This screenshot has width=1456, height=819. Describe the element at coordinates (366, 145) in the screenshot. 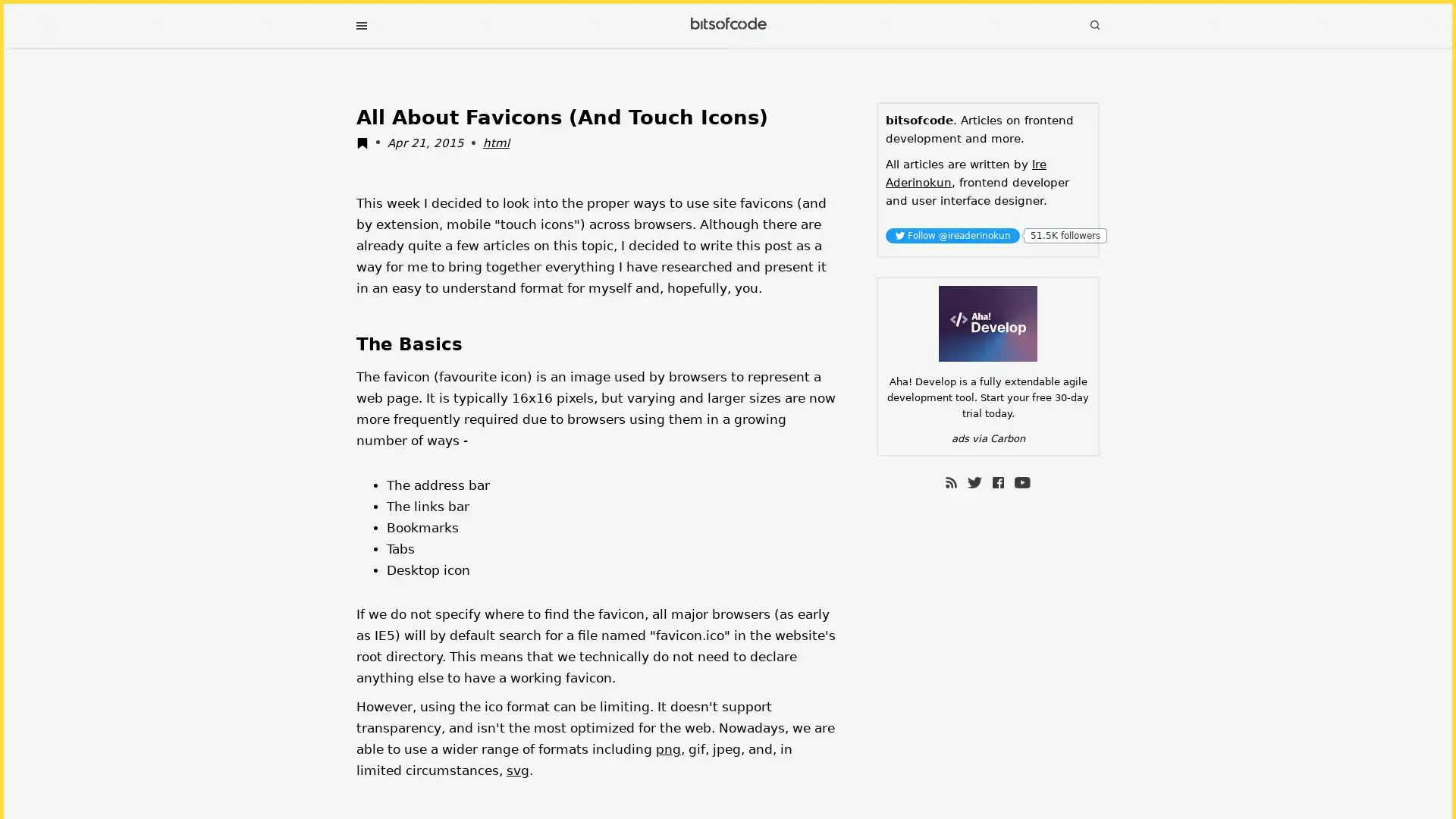

I see `Save Article for Offline` at that location.